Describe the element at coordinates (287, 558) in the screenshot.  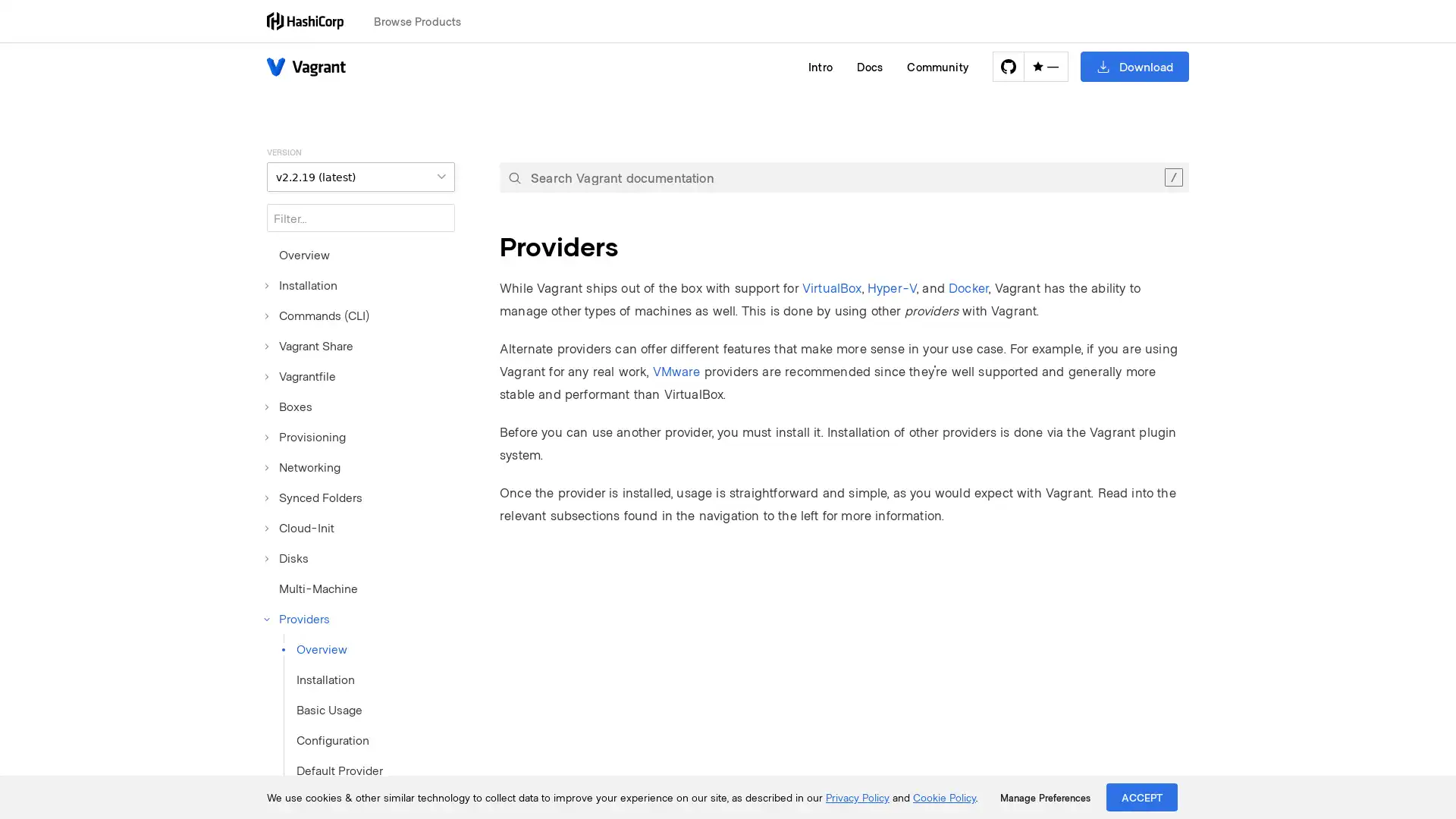
I see `Disks` at that location.